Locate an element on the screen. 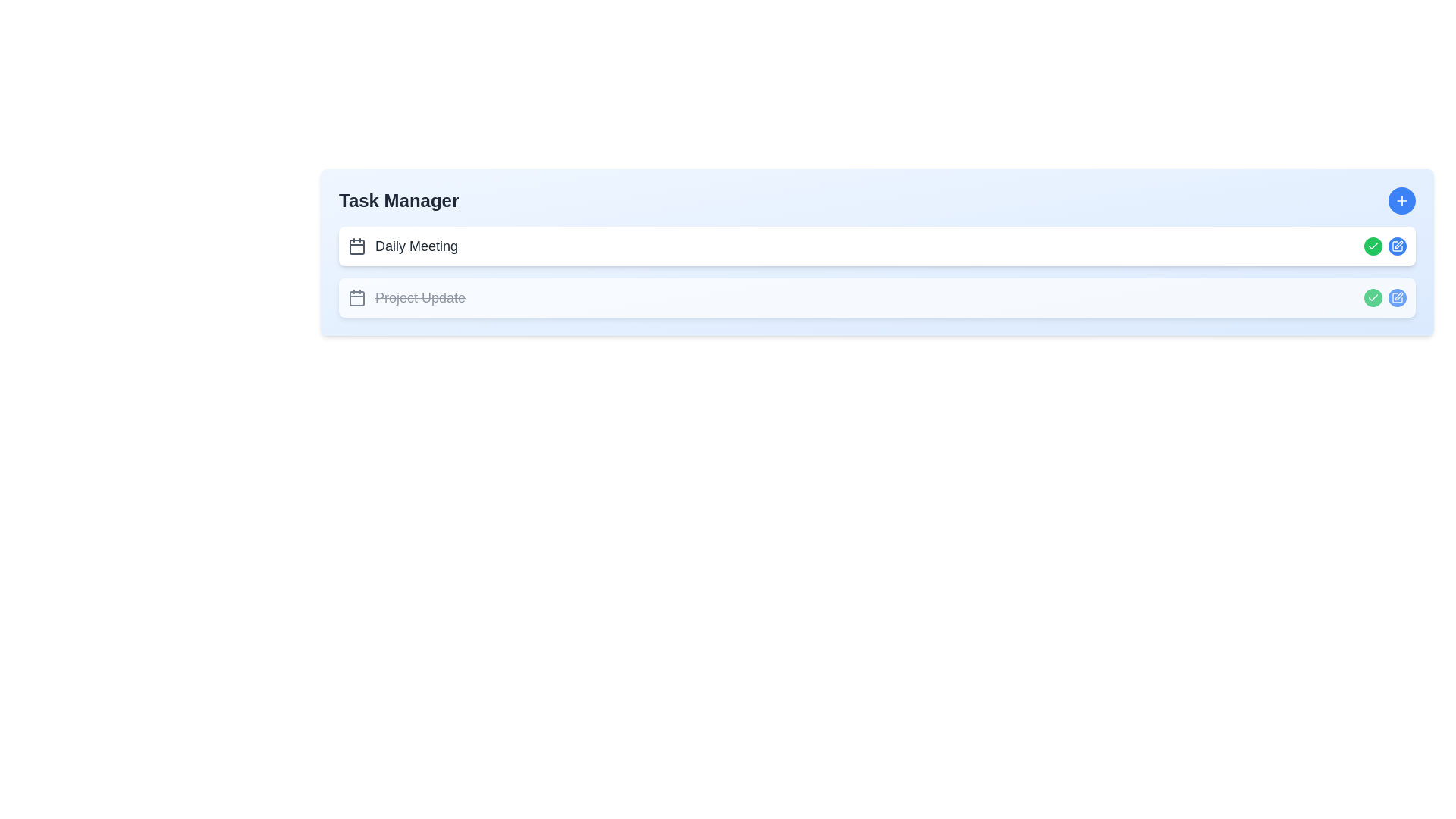 The image size is (1456, 819). the icon-based button resembling a document with an attached pen symbol, located in the top row of icons in the task list section, adjacent to the 'Daily Meeting' task entry is located at coordinates (1397, 245).